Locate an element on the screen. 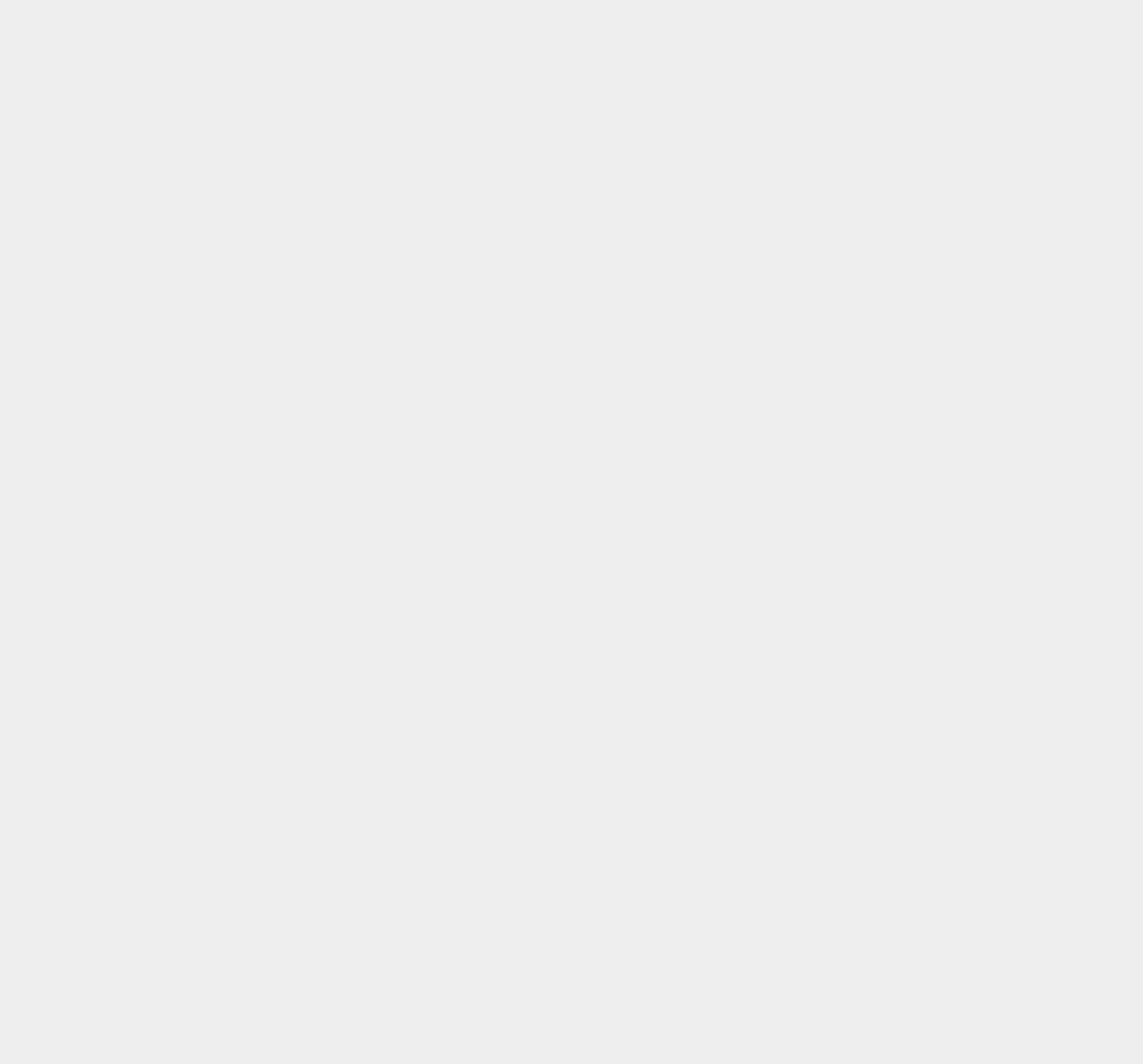  'iTunes' is located at coordinates (826, 828).